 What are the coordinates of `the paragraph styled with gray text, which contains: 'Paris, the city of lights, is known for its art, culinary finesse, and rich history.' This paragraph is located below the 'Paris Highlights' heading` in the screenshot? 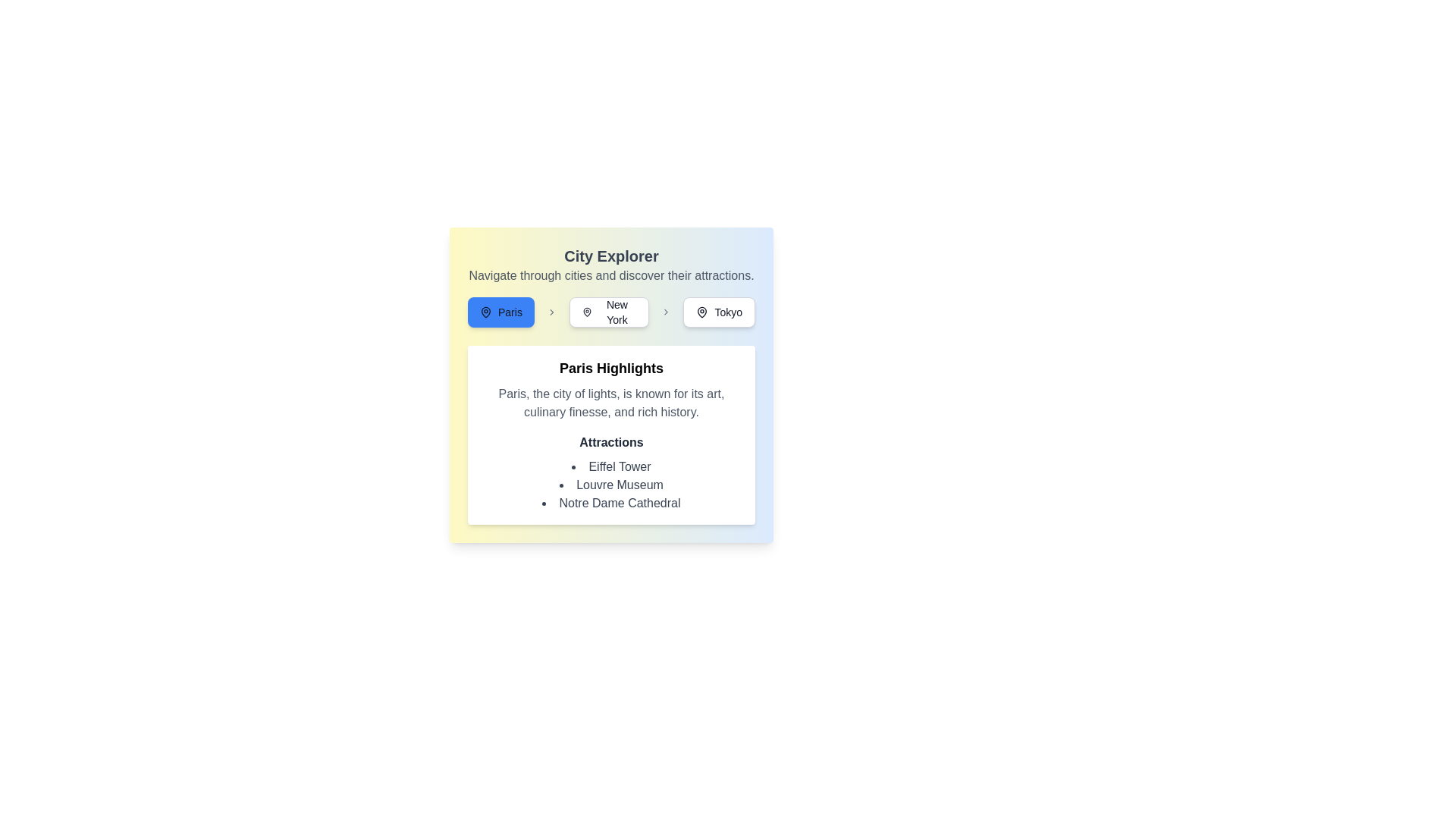 It's located at (611, 403).